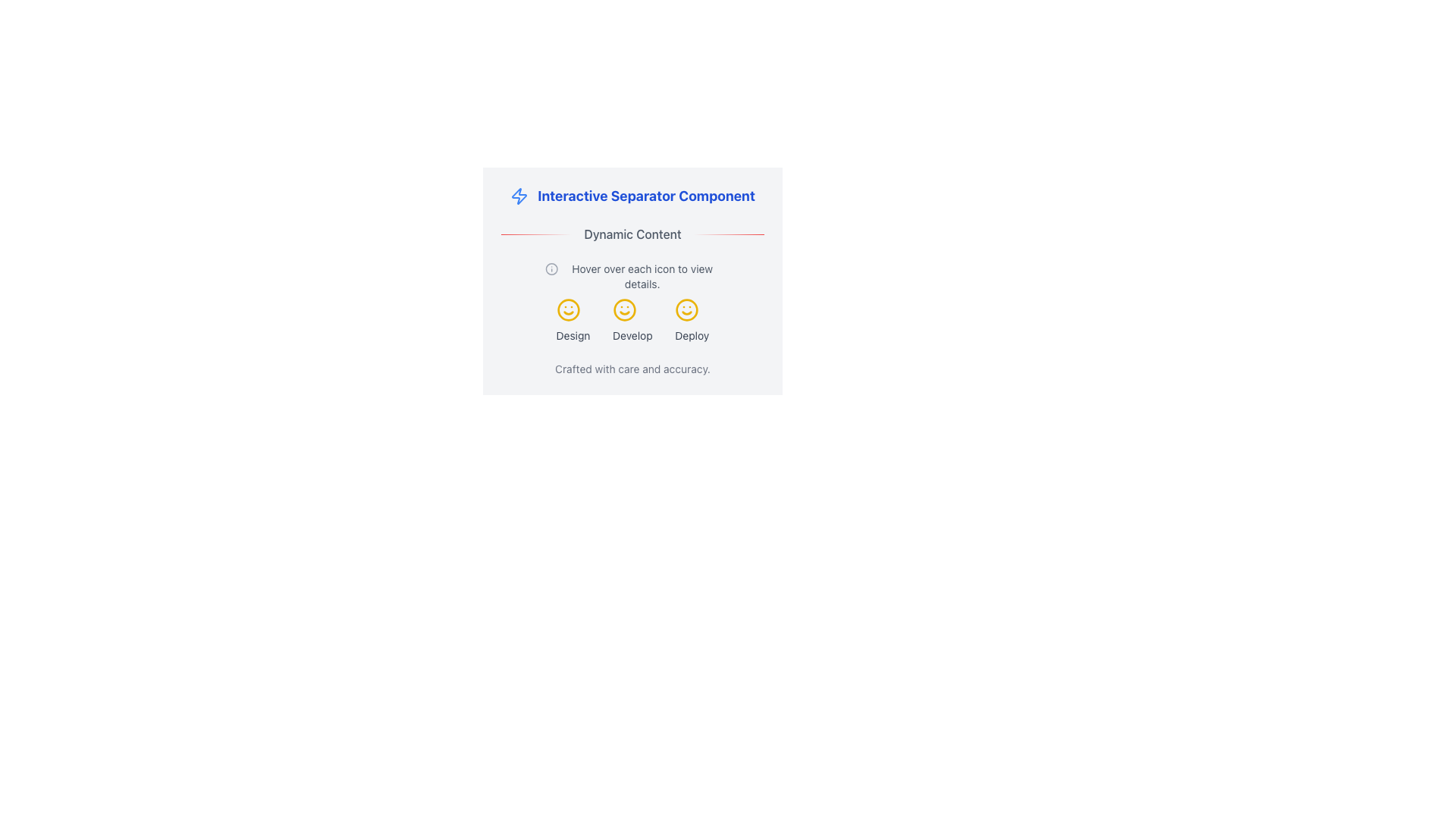 This screenshot has height=819, width=1456. Describe the element at coordinates (632, 320) in the screenshot. I see `the yellow smiley icon in the 'Develop' section of the horizontally aligned Icon with Label to interact` at that location.